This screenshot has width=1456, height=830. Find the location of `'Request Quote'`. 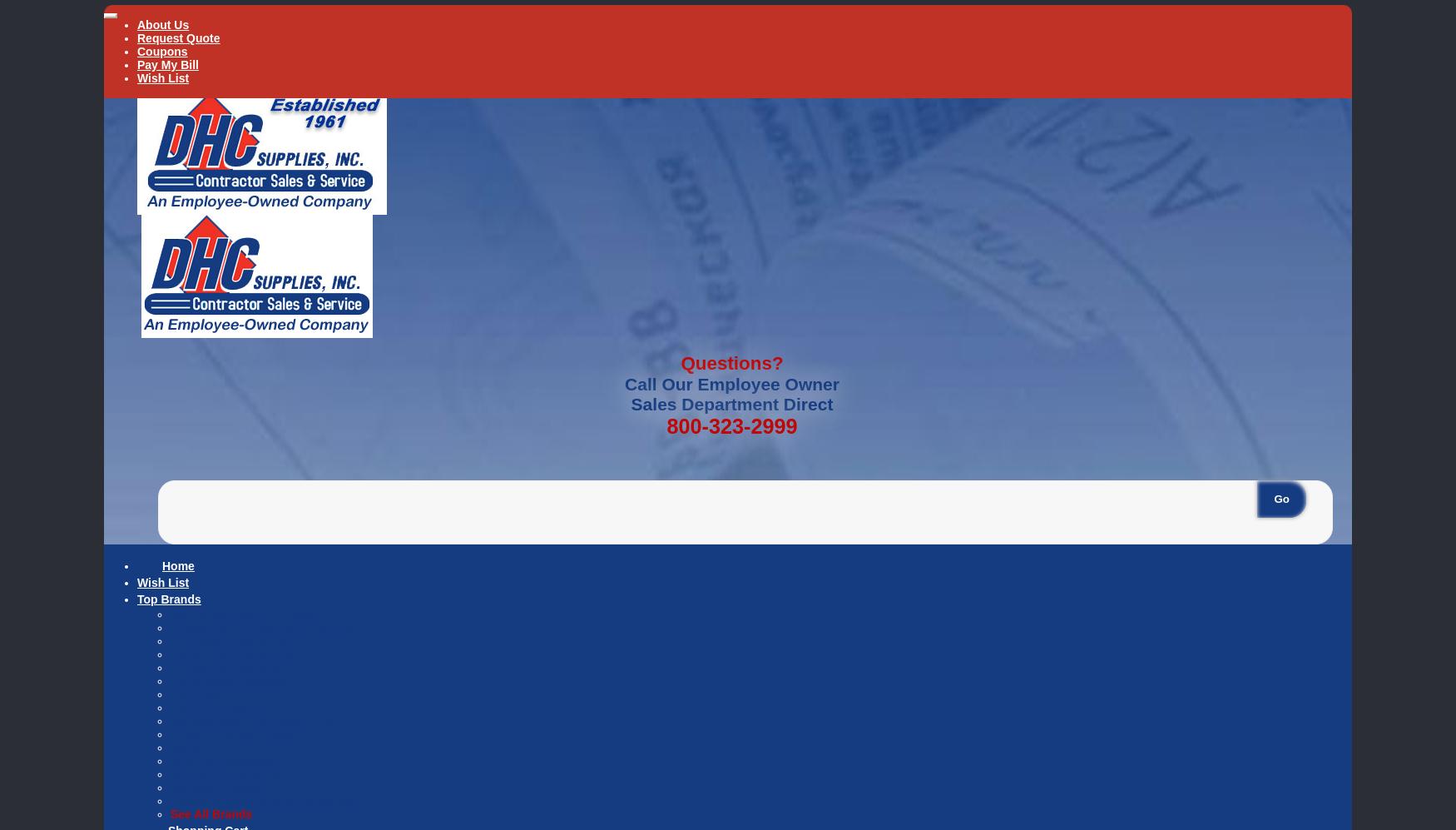

'Request Quote' is located at coordinates (178, 37).